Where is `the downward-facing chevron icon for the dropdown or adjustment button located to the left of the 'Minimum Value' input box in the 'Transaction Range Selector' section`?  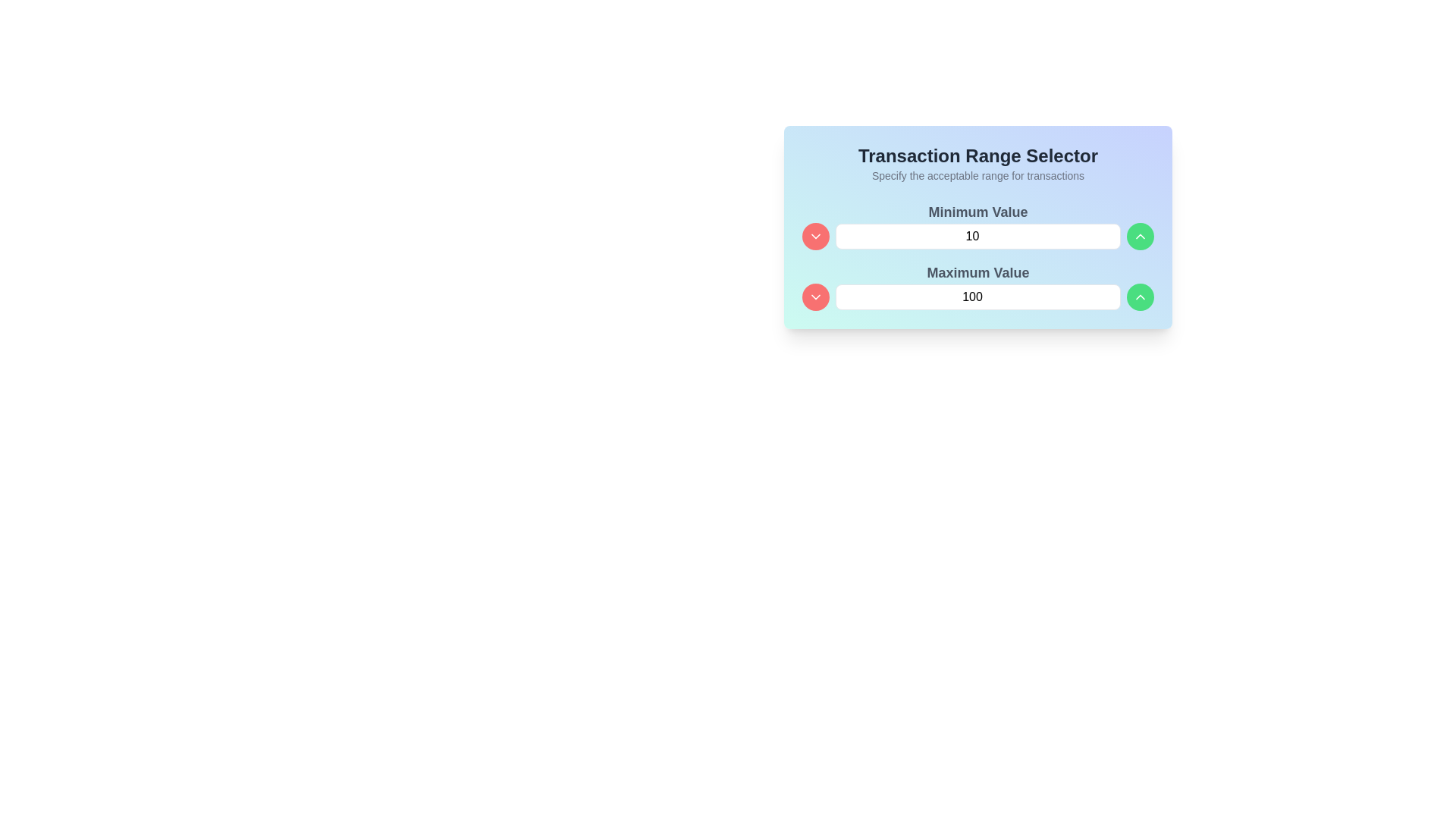
the downward-facing chevron icon for the dropdown or adjustment button located to the left of the 'Minimum Value' input box in the 'Transaction Range Selector' section is located at coordinates (814, 297).